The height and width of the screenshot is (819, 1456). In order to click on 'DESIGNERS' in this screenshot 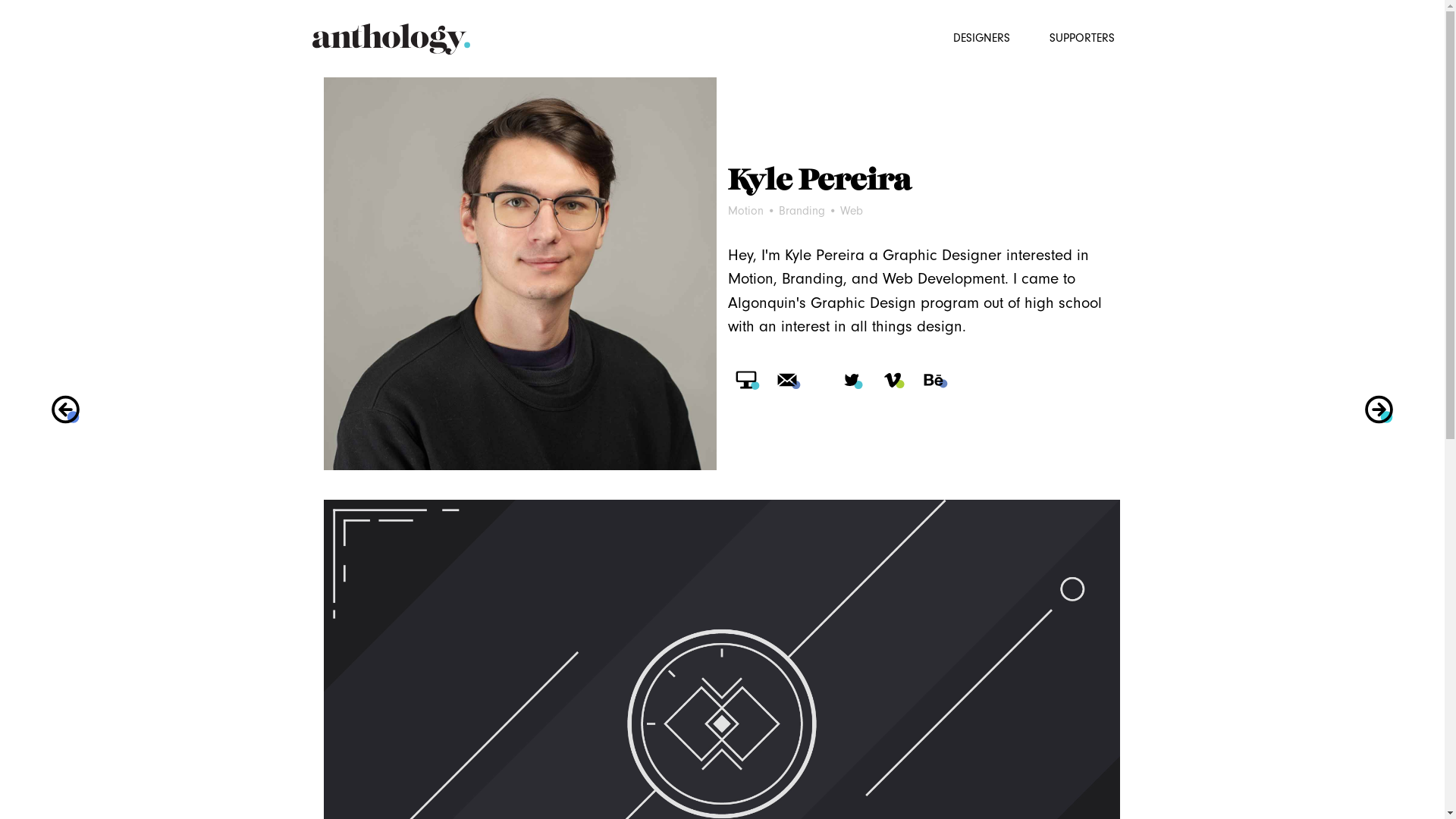, I will do `click(941, 34)`.